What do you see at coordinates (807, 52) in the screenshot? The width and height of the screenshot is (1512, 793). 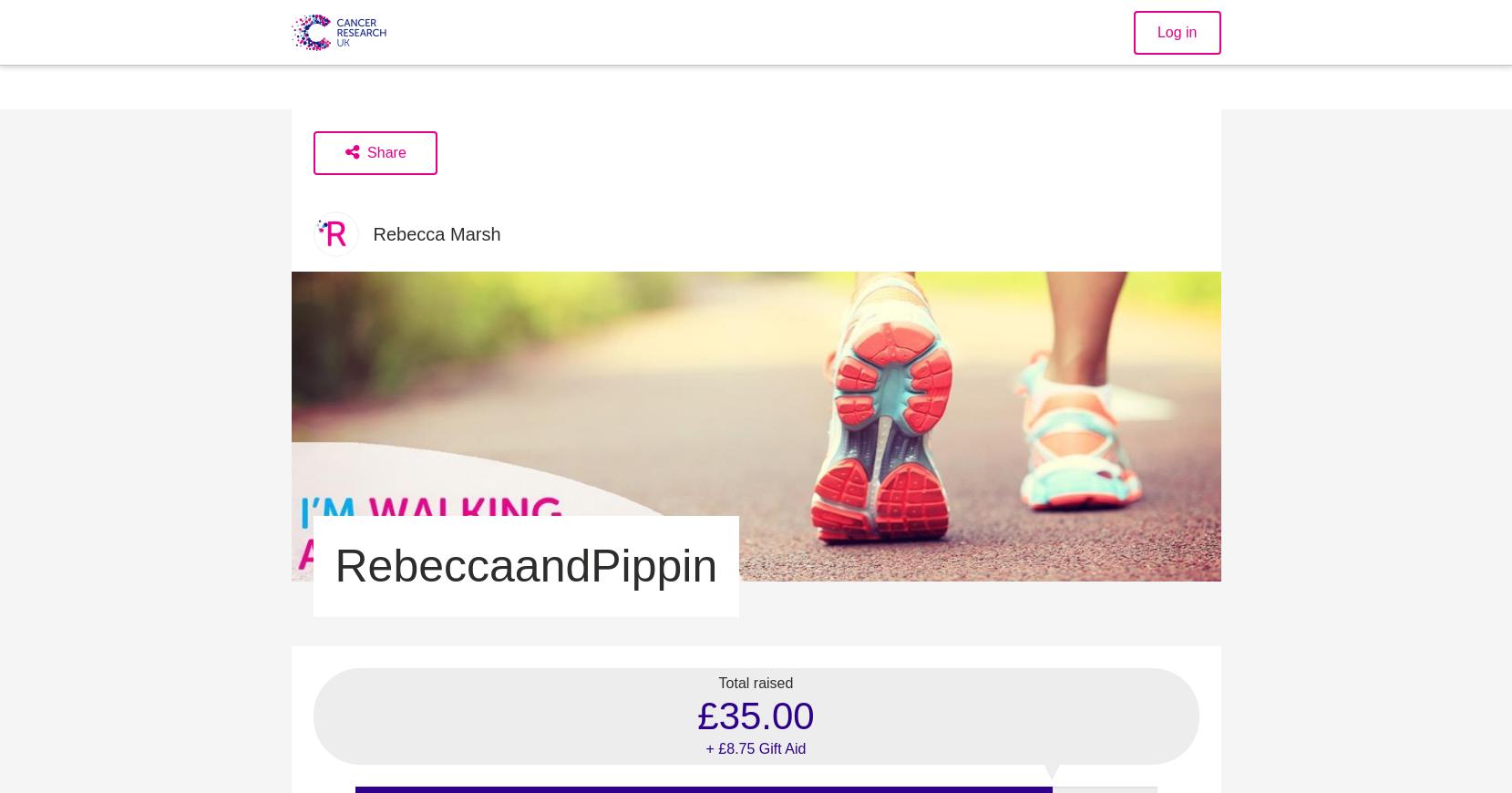 I see `'Together we will beat cancer'` at bounding box center [807, 52].